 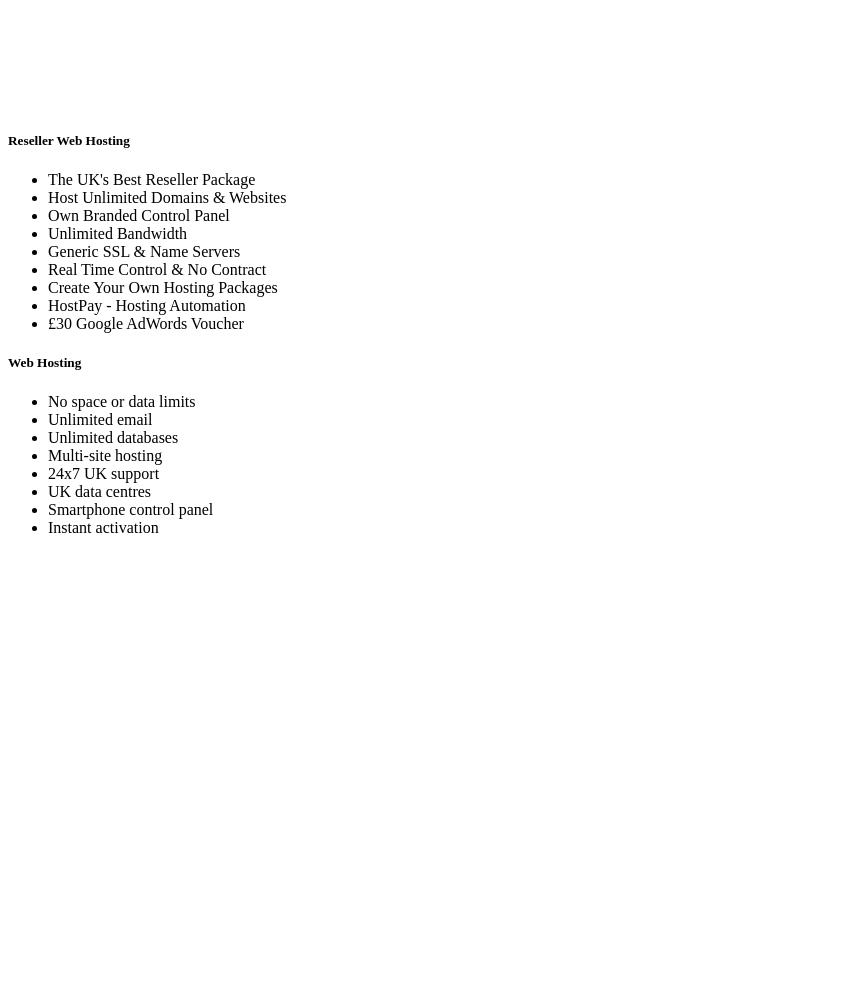 What do you see at coordinates (167, 195) in the screenshot?
I see `'Host Unlimited Domains &  Websites'` at bounding box center [167, 195].